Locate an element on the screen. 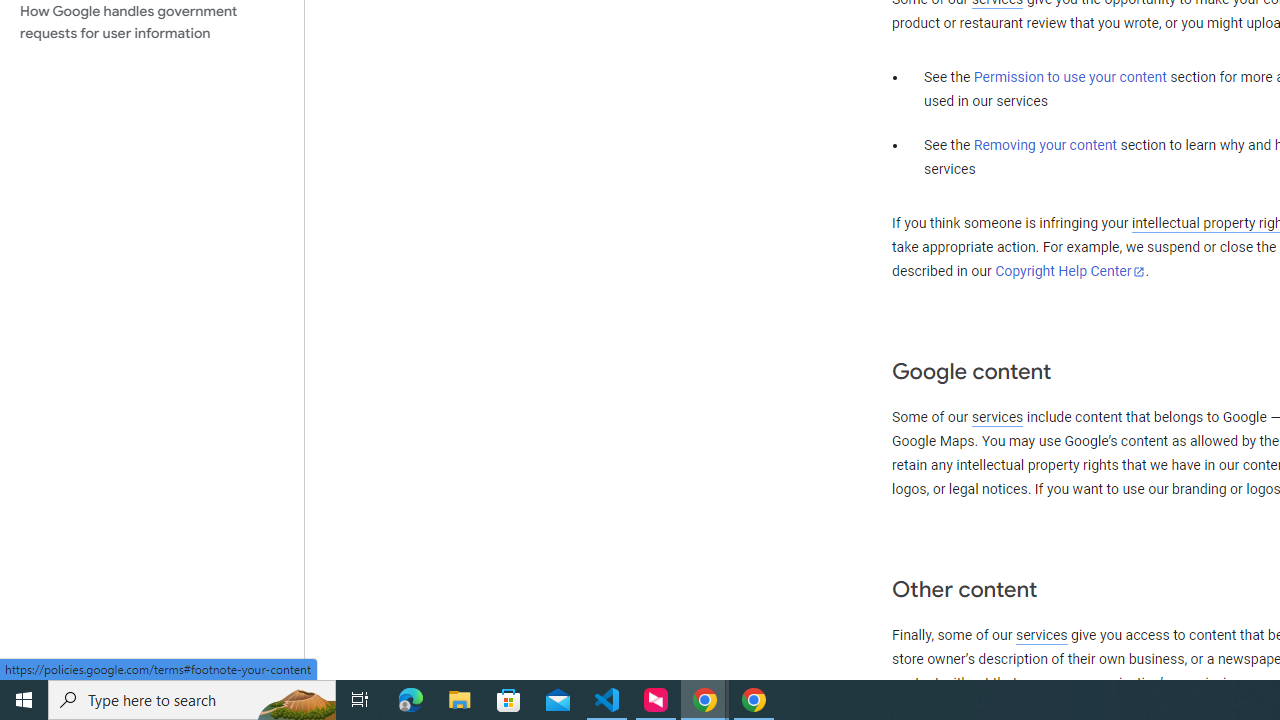  'Copyright Help Center' is located at coordinates (1069, 271).